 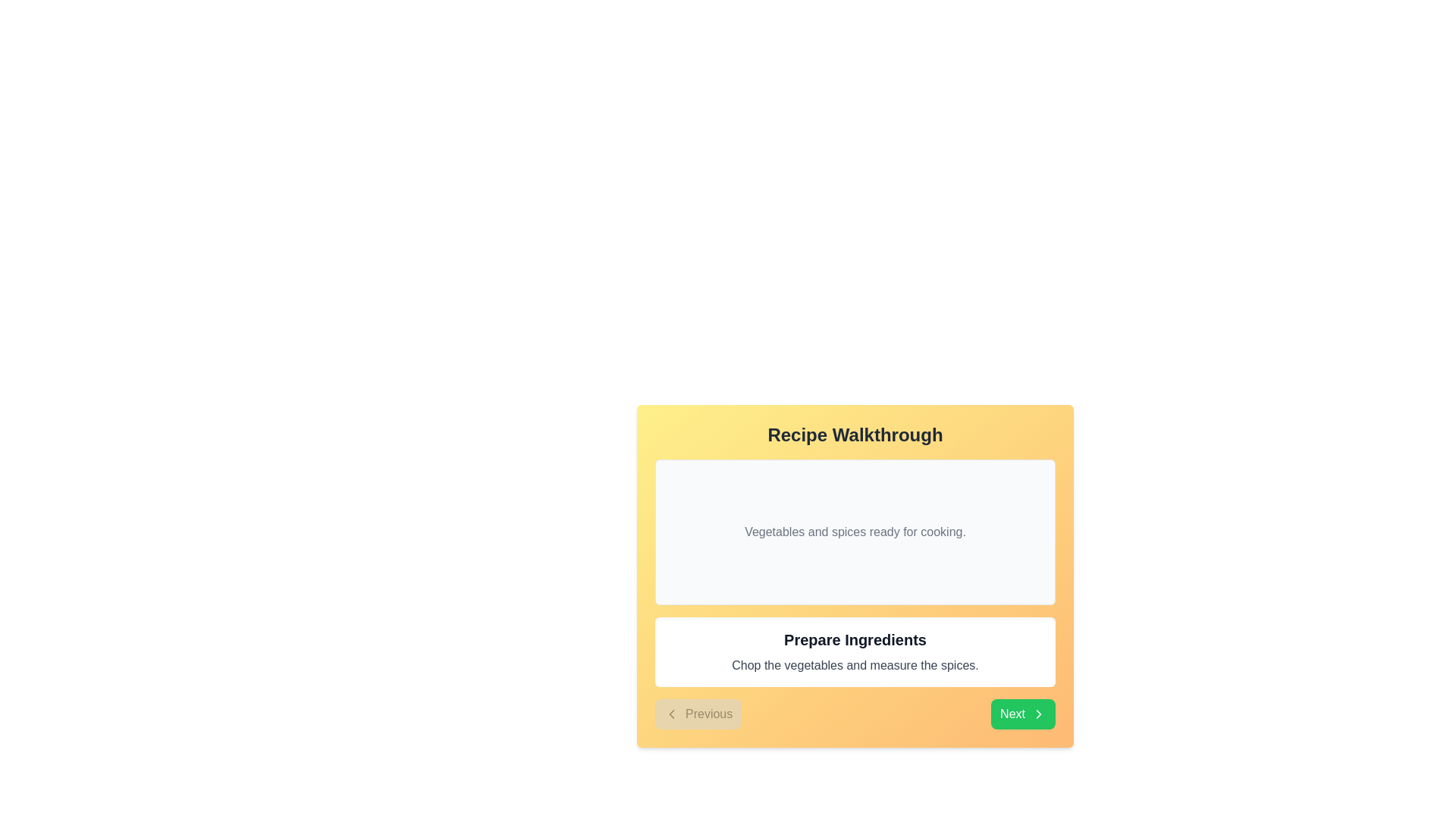 What do you see at coordinates (1023, 714) in the screenshot?
I see `the 'Next' button located on the yellow background near the bottom-right corner of the navigation section to proceed to the next step` at bounding box center [1023, 714].